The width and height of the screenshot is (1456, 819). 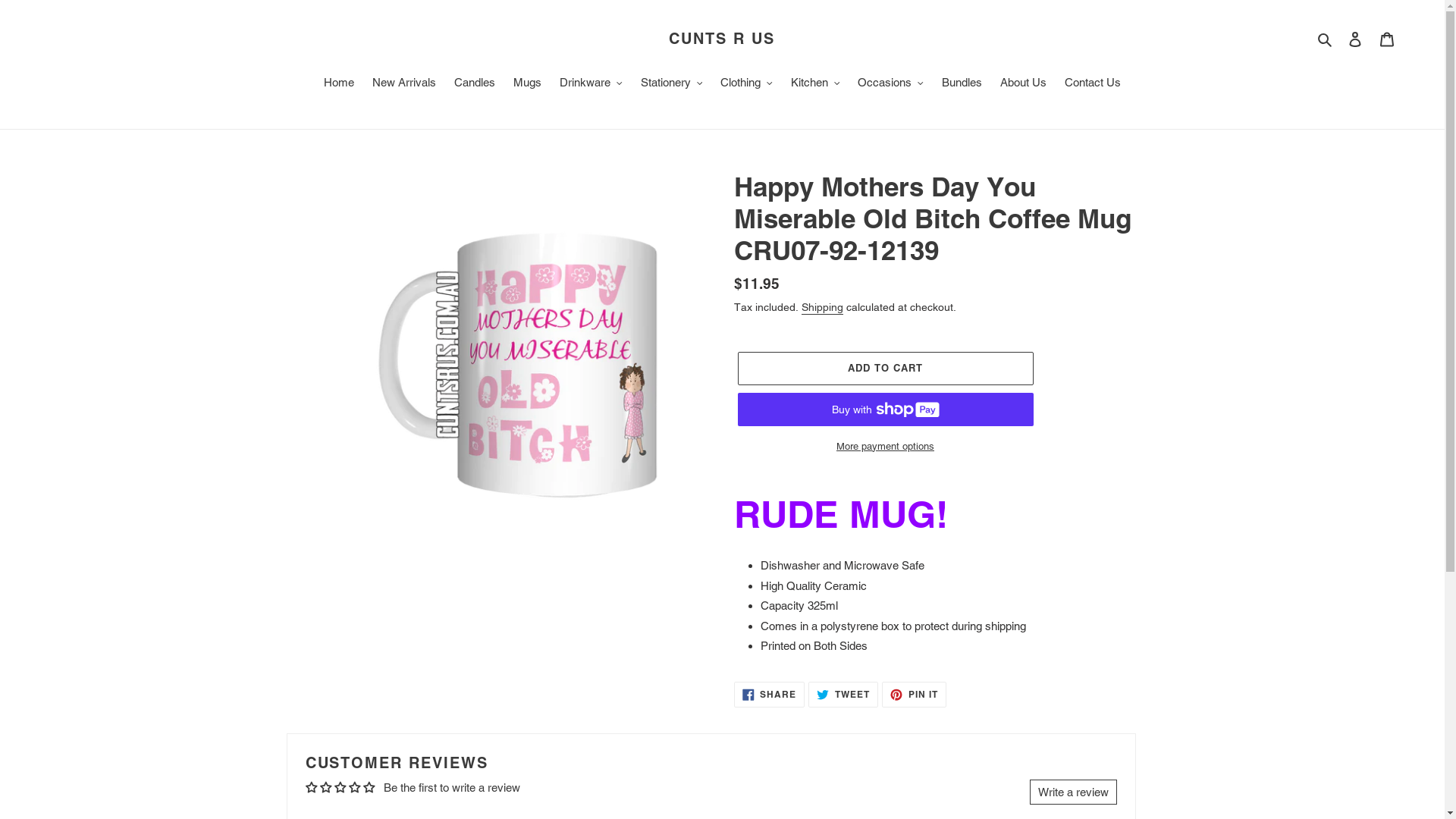 What do you see at coordinates (769, 694) in the screenshot?
I see `'SHARE` at bounding box center [769, 694].